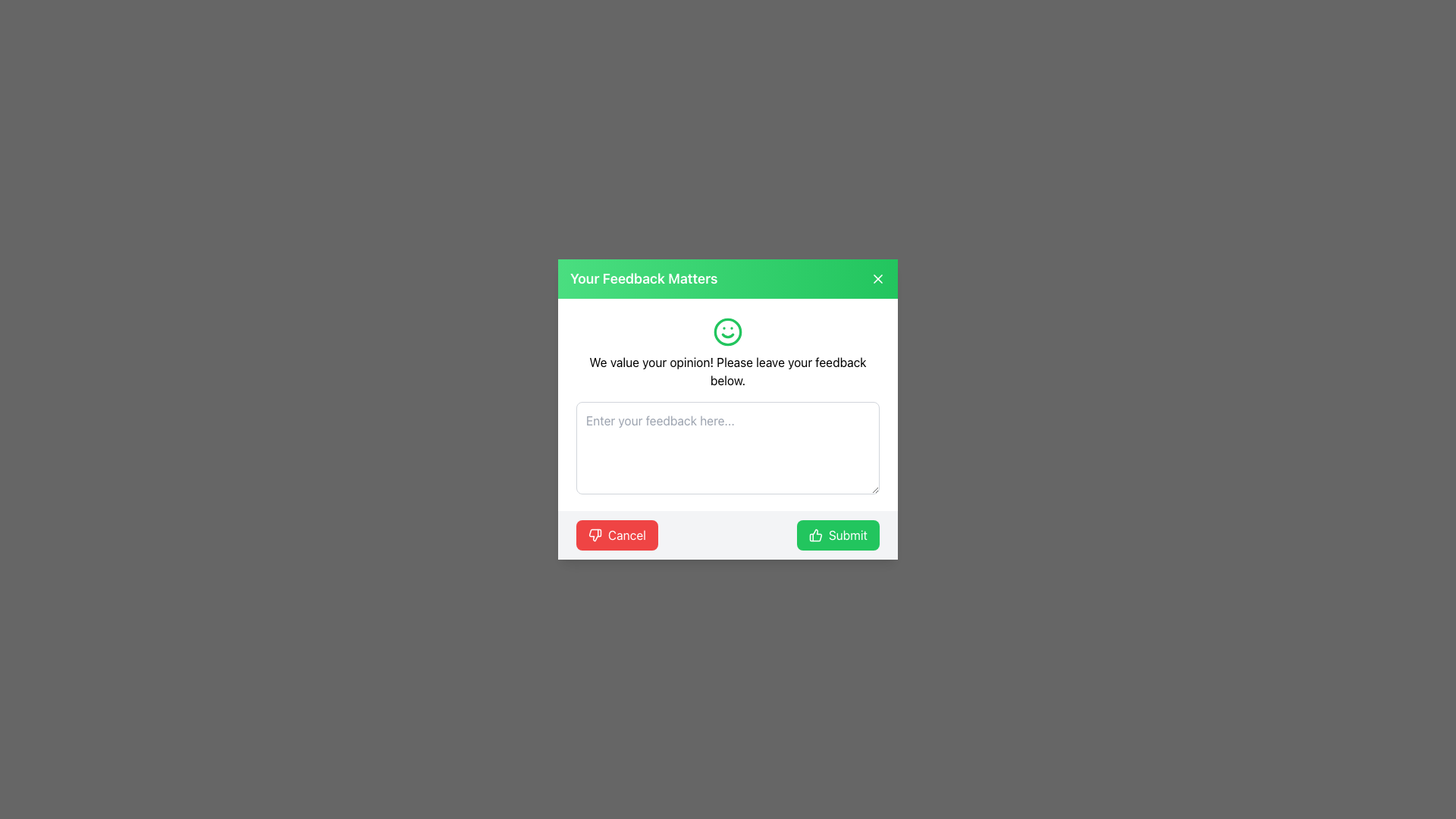 The height and width of the screenshot is (819, 1456). I want to click on the static text element that displays the message 'We value your opinion! Please leave your feedback below.', so click(728, 371).